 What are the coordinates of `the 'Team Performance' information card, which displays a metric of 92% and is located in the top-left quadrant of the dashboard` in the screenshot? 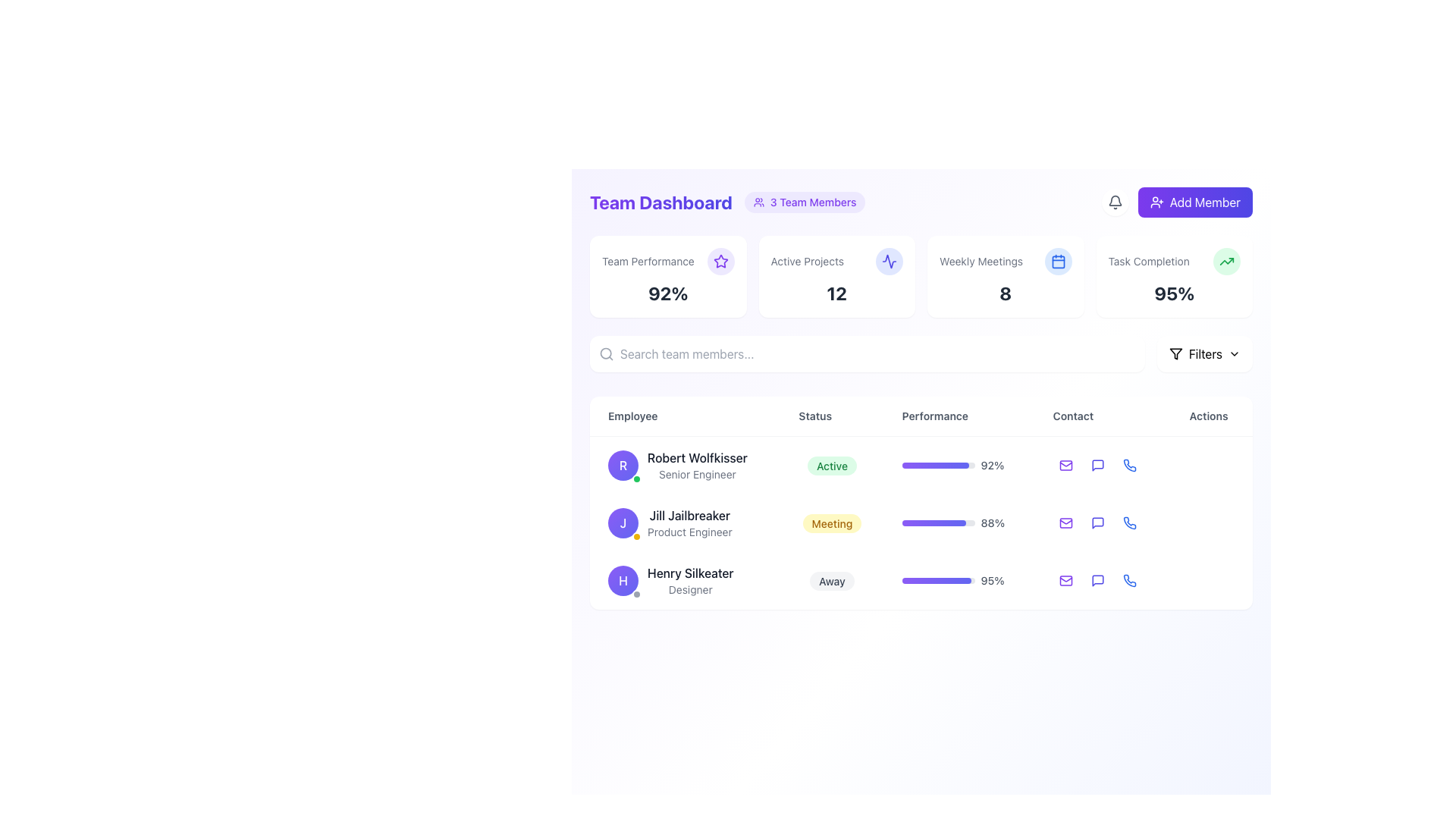 It's located at (667, 277).